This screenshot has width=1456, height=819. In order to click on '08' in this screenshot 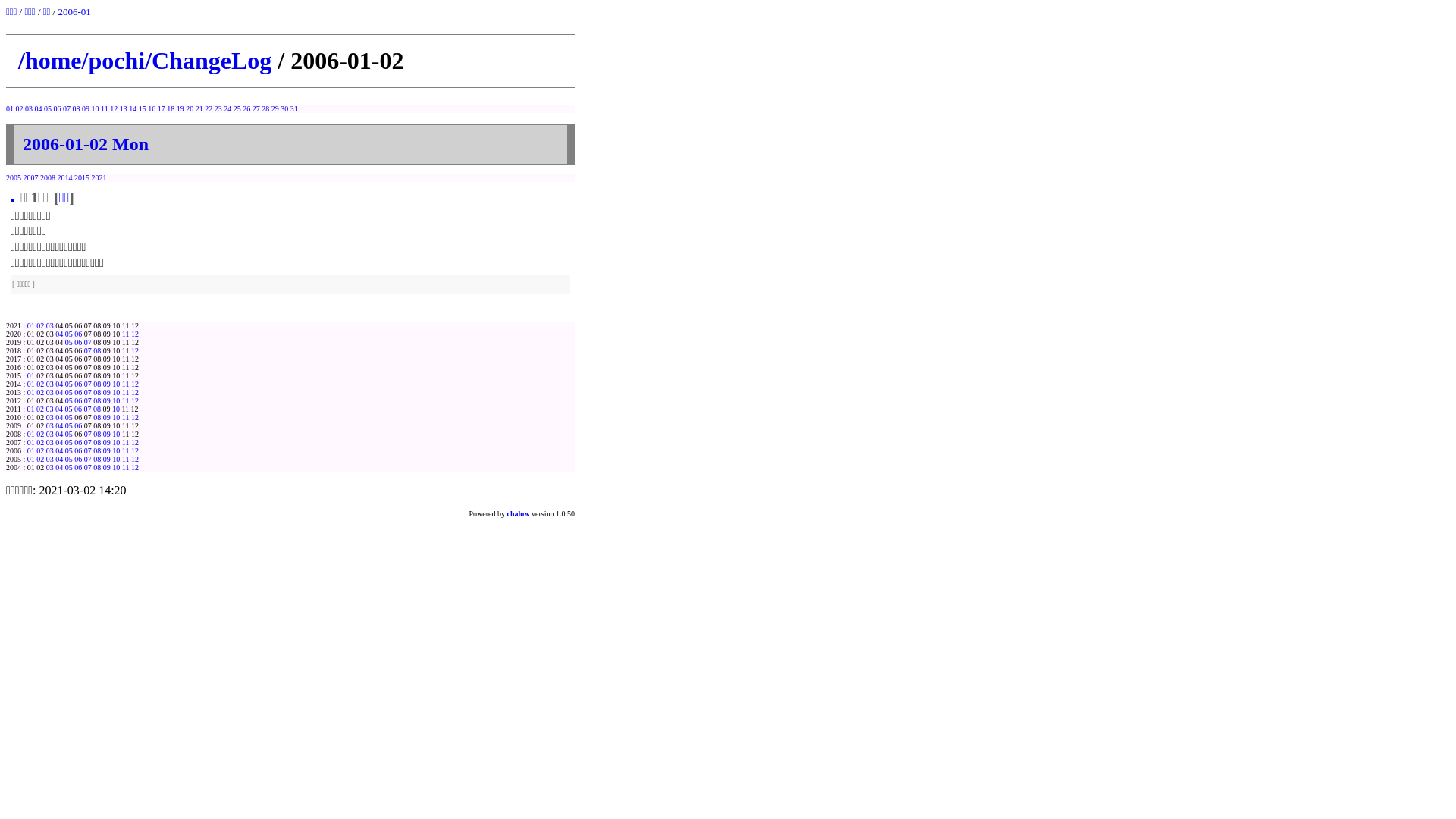, I will do `click(96, 450)`.